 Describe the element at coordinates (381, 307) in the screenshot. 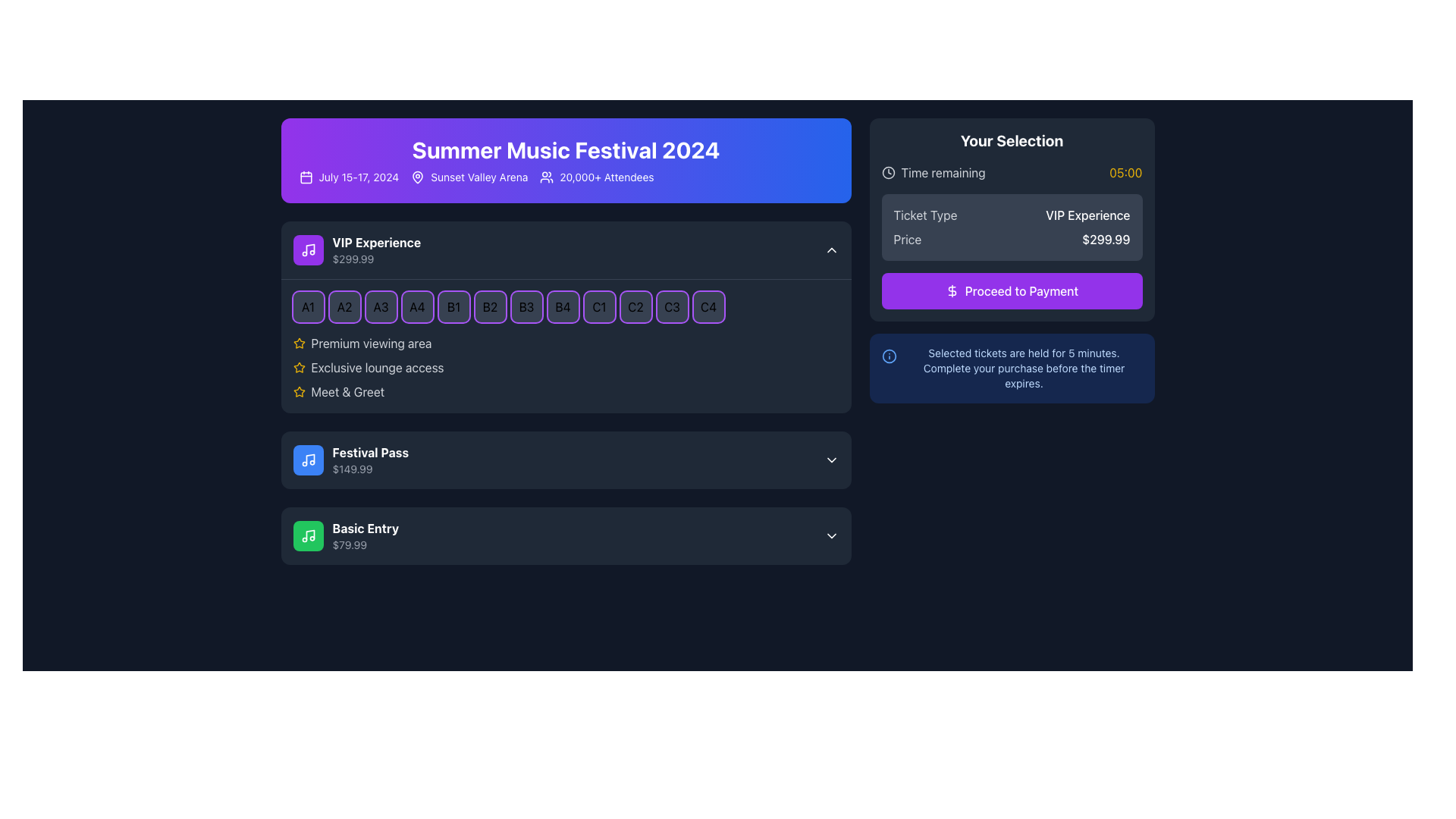

I see `the square button labeled 'A3' with a dark gray background and a purple border` at that location.